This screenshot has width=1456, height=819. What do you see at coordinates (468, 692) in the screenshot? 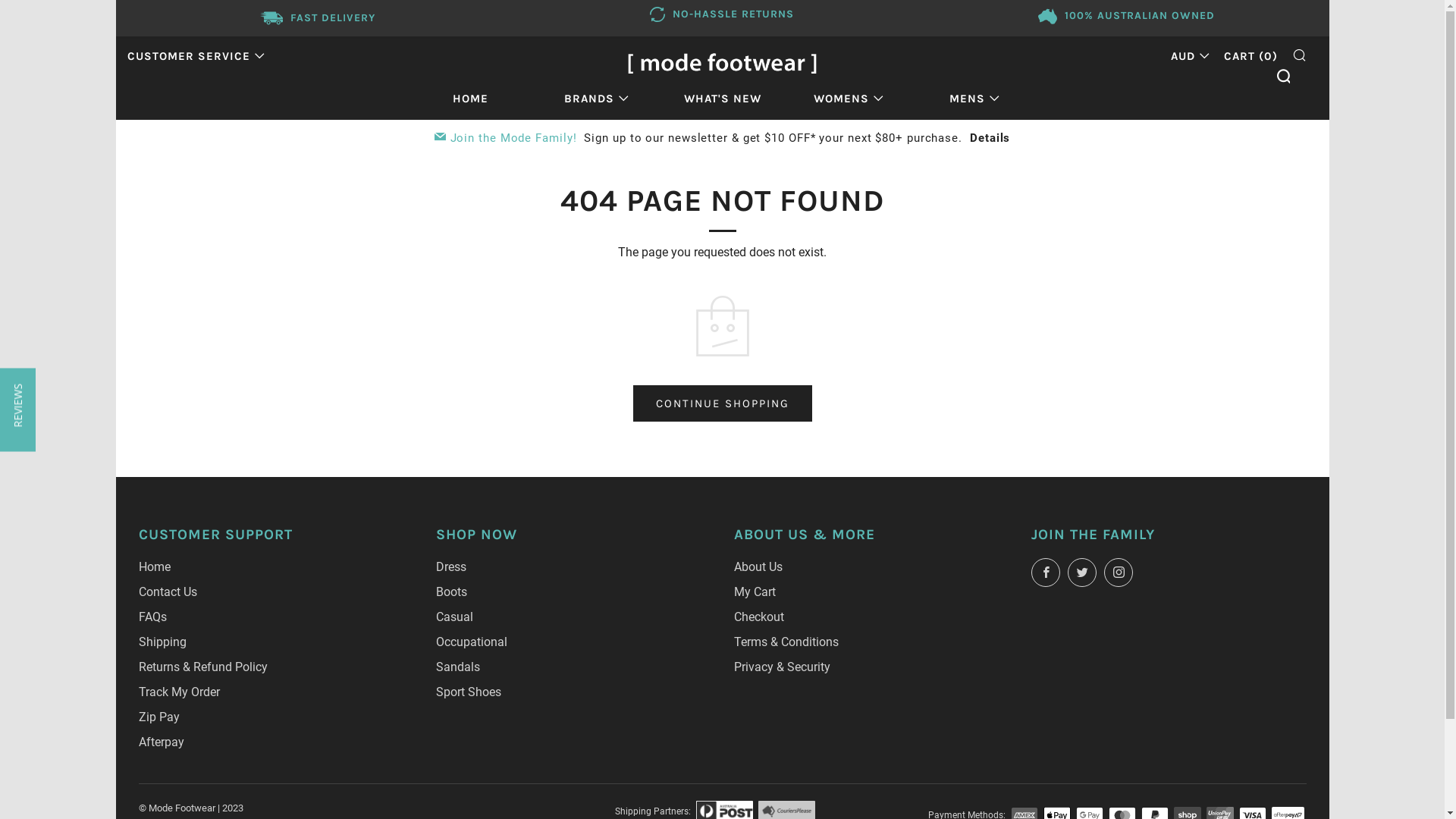
I see `'Sport Shoes'` at bounding box center [468, 692].